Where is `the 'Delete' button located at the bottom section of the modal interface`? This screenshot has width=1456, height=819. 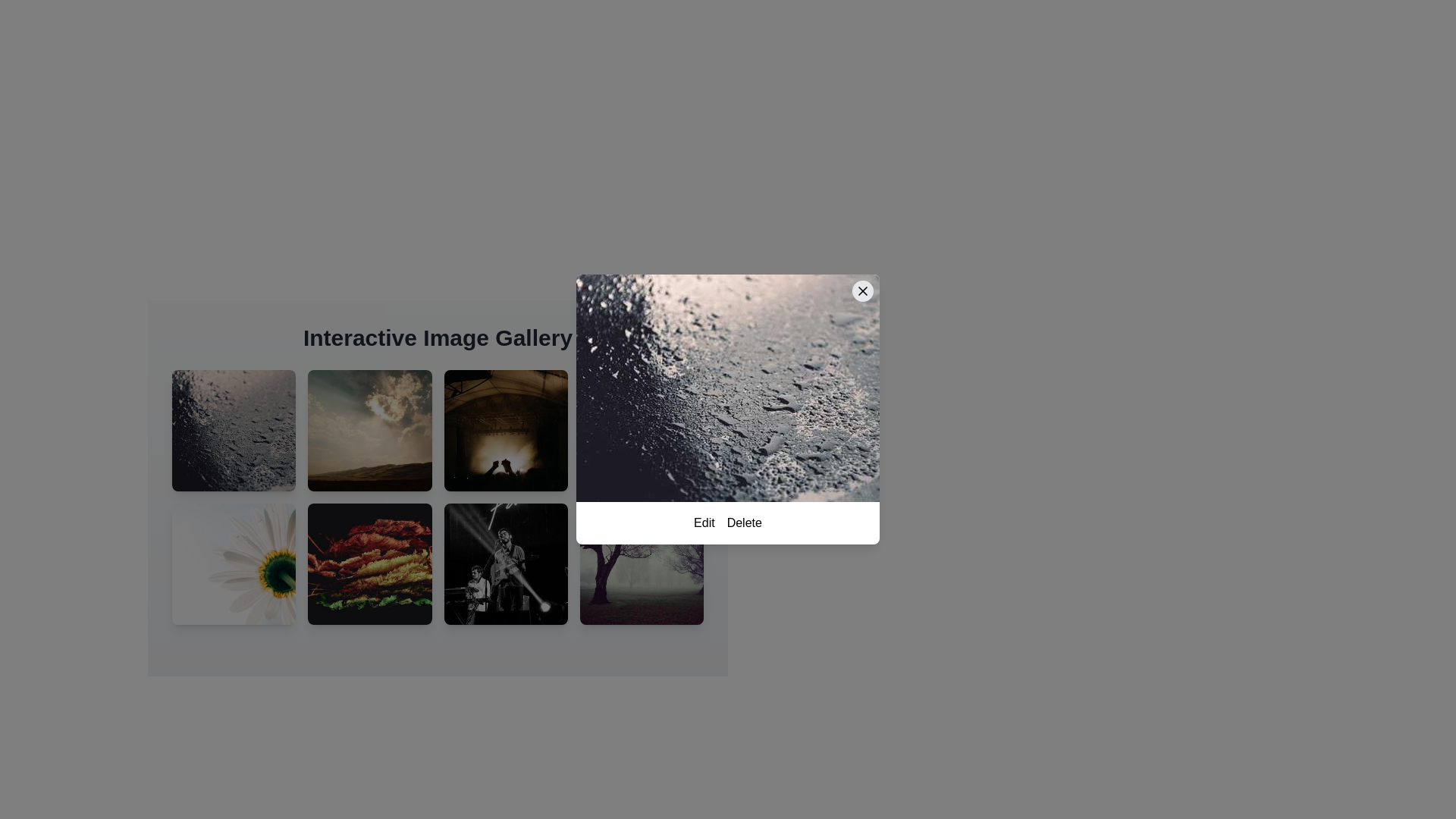
the 'Delete' button located at the bottom section of the modal interface is located at coordinates (728, 522).